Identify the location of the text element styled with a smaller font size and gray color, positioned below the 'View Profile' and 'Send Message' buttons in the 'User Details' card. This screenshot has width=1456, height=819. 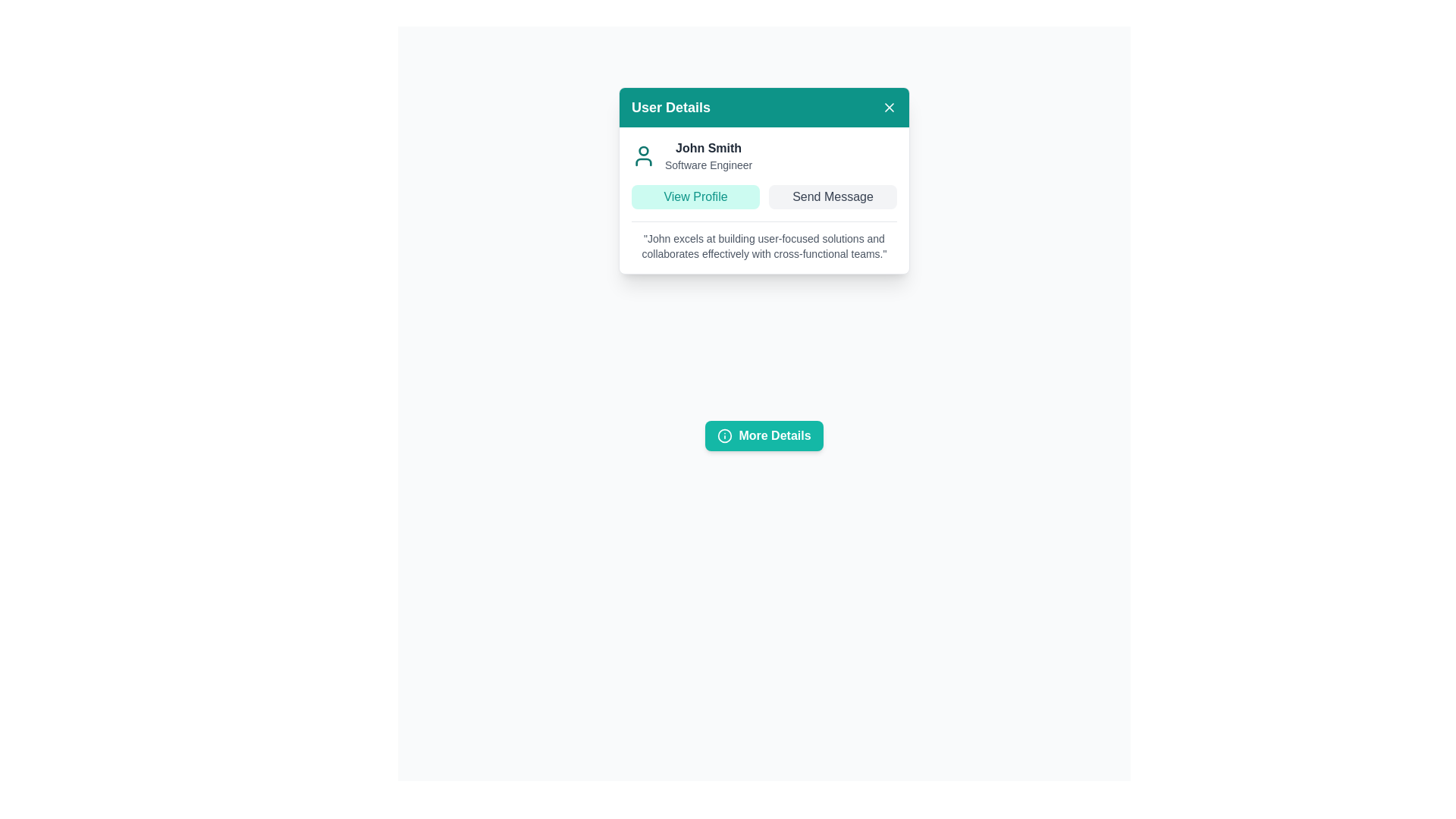
(764, 240).